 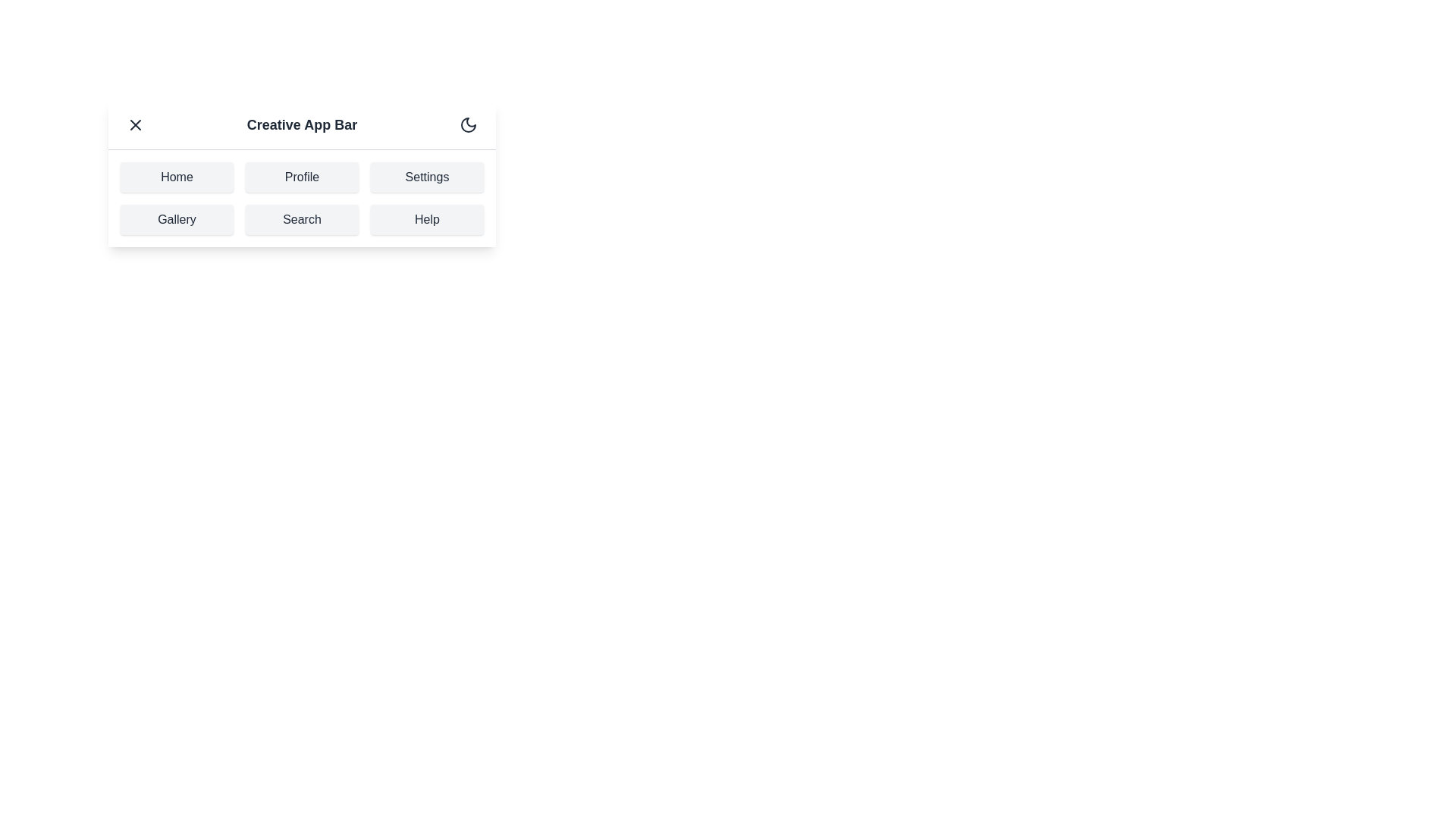 I want to click on the navigation item labeled Home, so click(x=177, y=177).